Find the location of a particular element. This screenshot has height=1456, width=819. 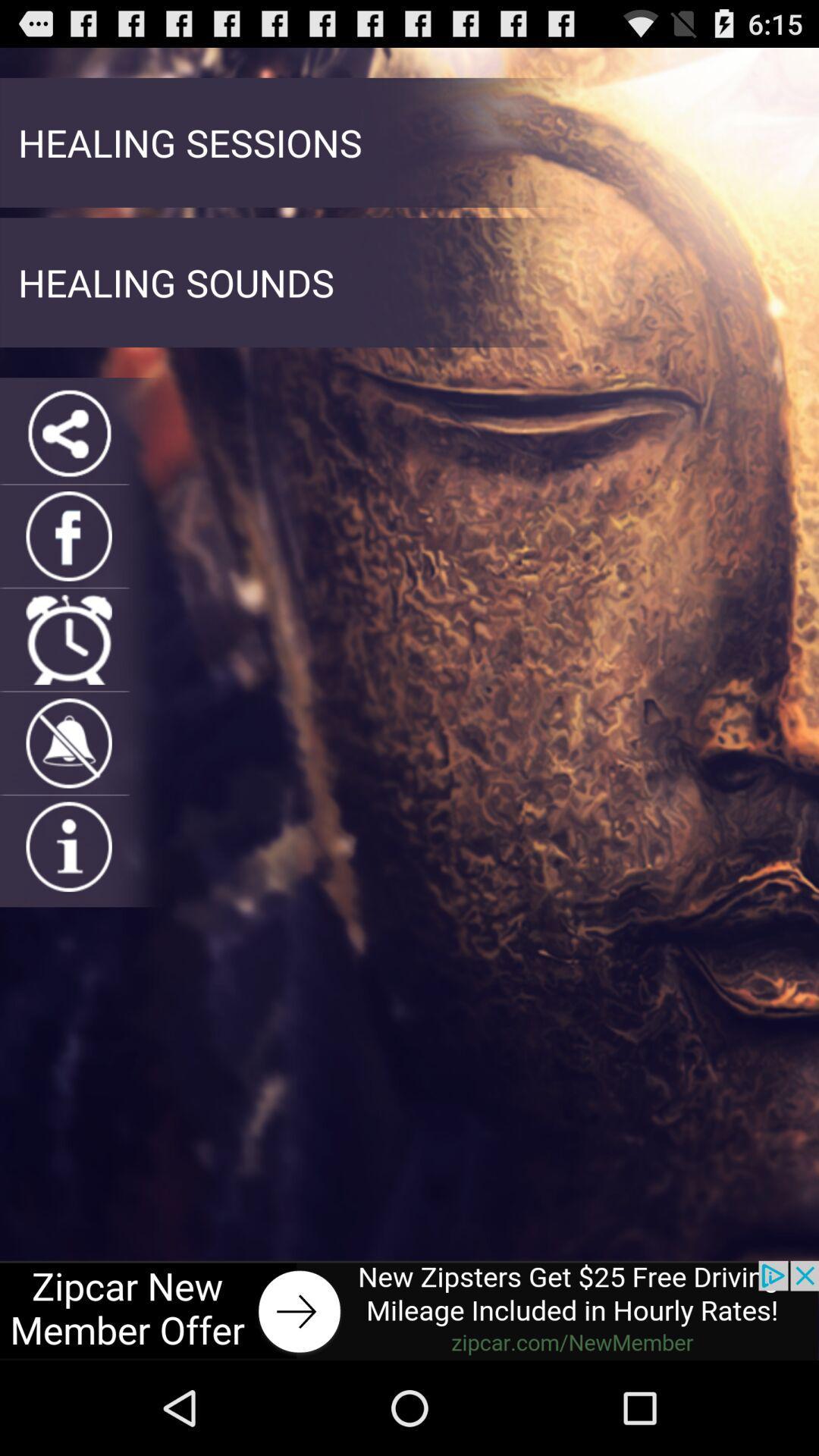

the time icon is located at coordinates (69, 683).